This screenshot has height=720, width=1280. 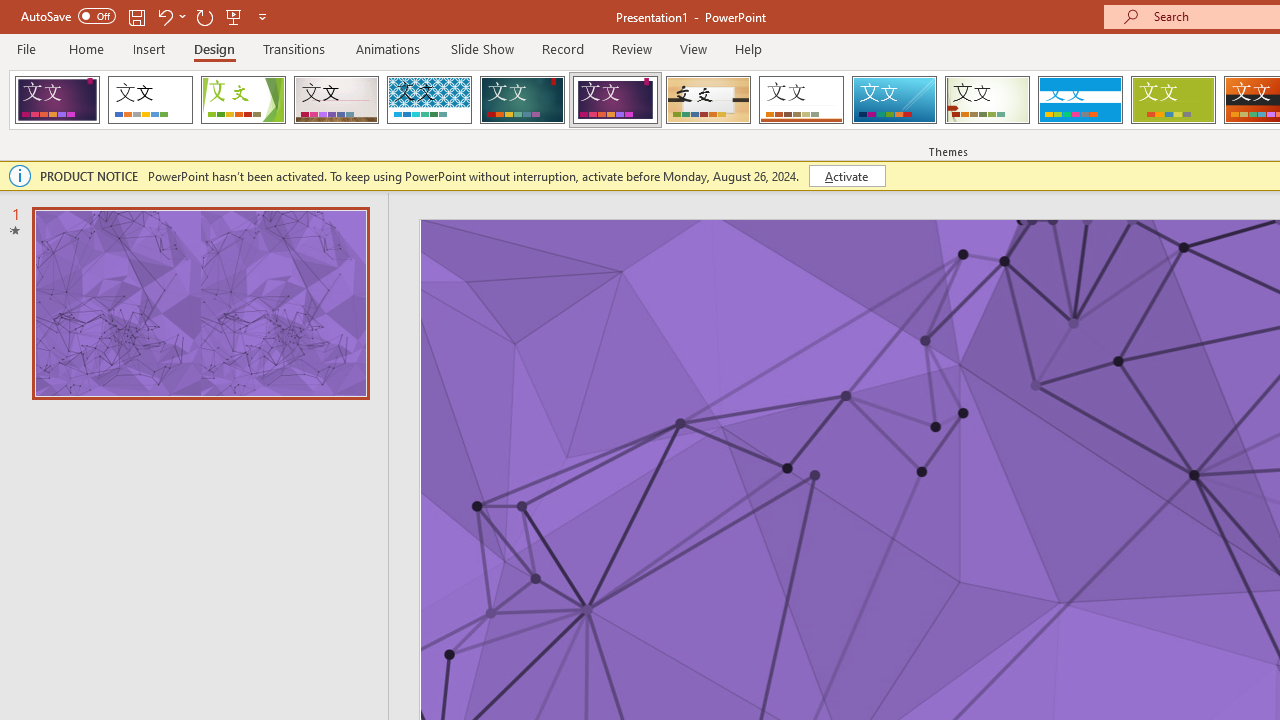 What do you see at coordinates (708, 100) in the screenshot?
I see `'Organic'` at bounding box center [708, 100].